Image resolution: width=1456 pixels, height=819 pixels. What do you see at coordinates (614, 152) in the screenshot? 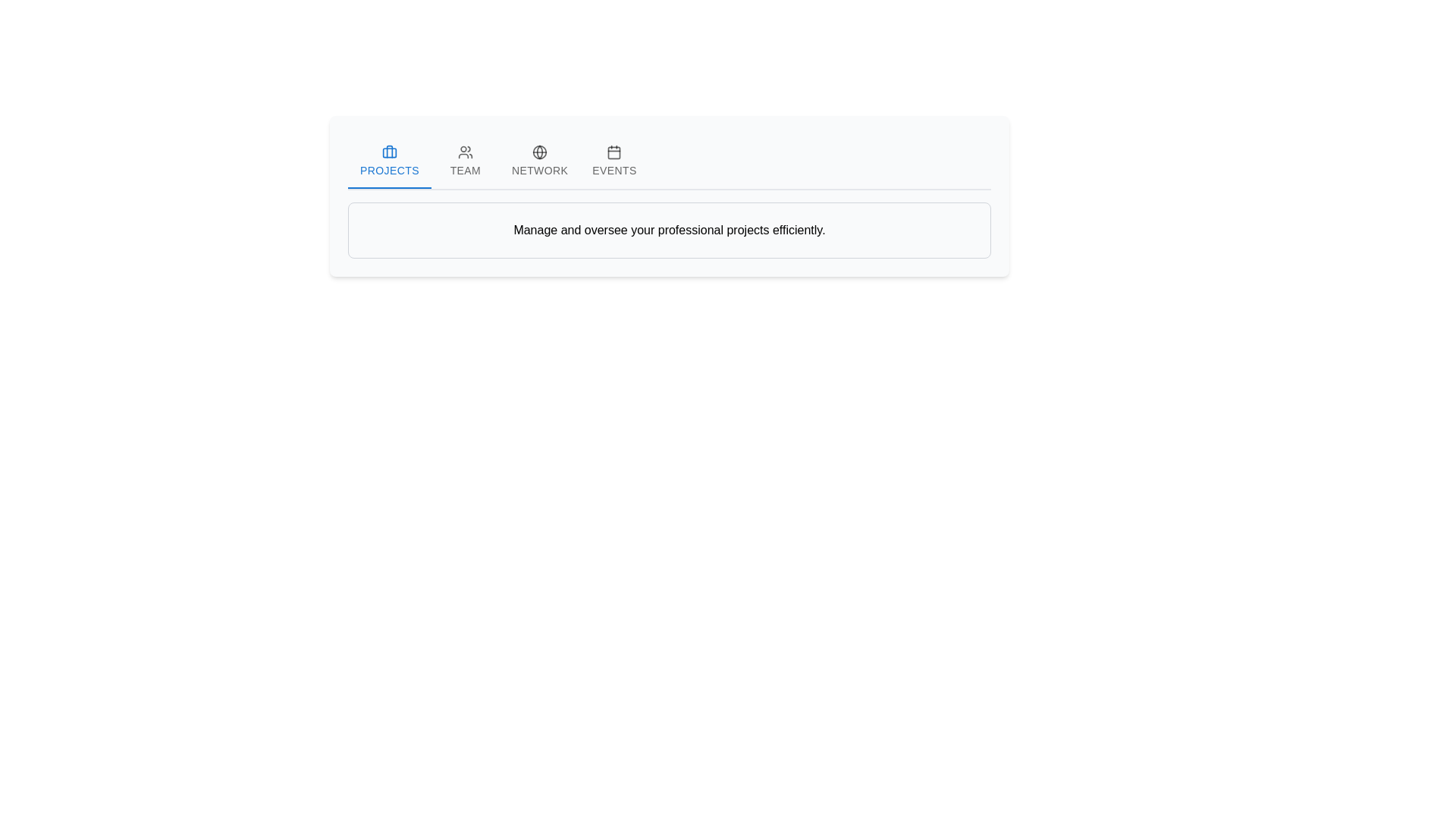
I see `the 'Events' tab icon, which indicates calendar or event-related functionalities and is located directly above the text 'EVENTS'. This icon is the fourth tab from the left in the navigation menu` at bounding box center [614, 152].